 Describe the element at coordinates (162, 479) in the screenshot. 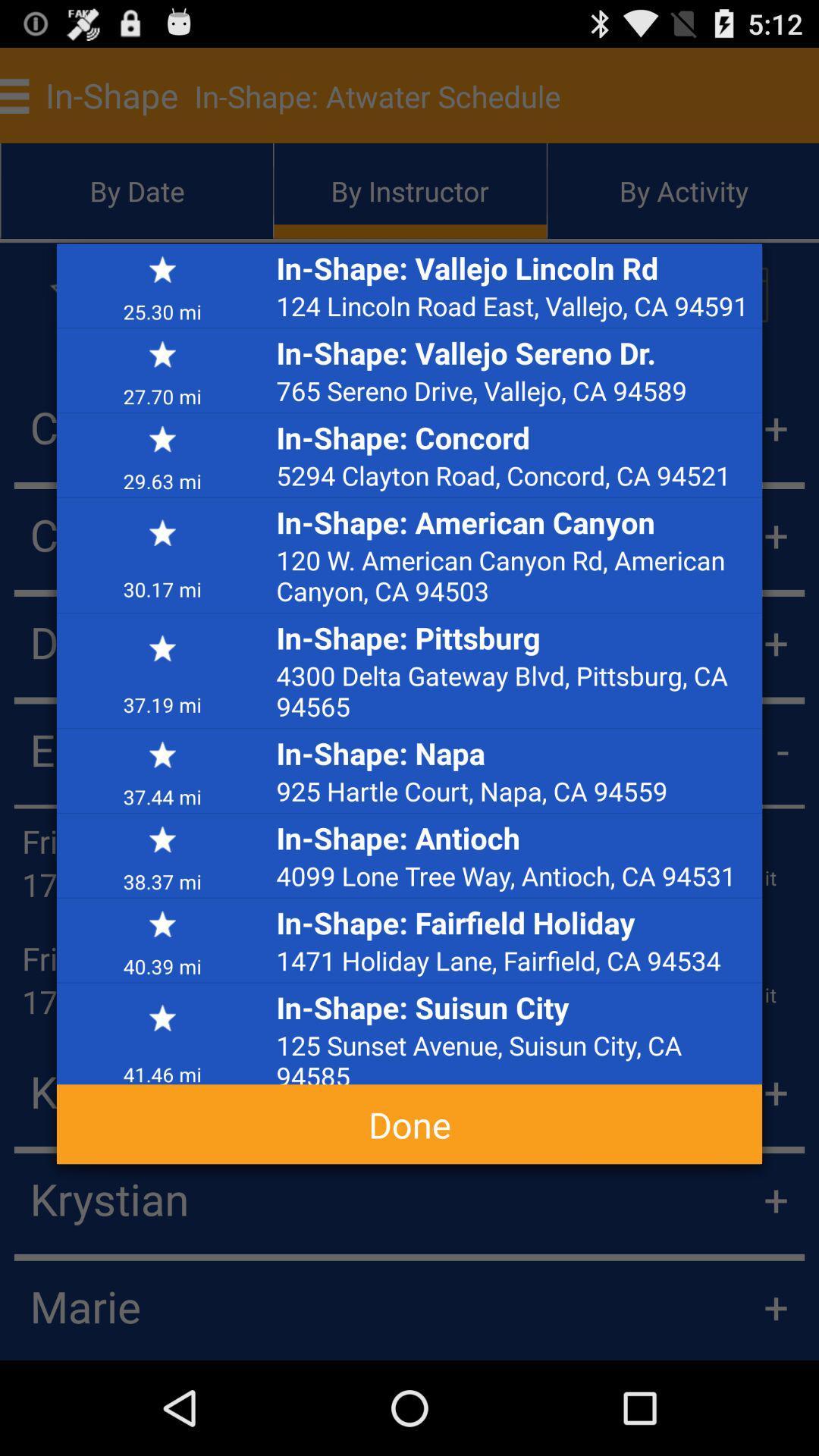

I see `29.63 mi app` at that location.